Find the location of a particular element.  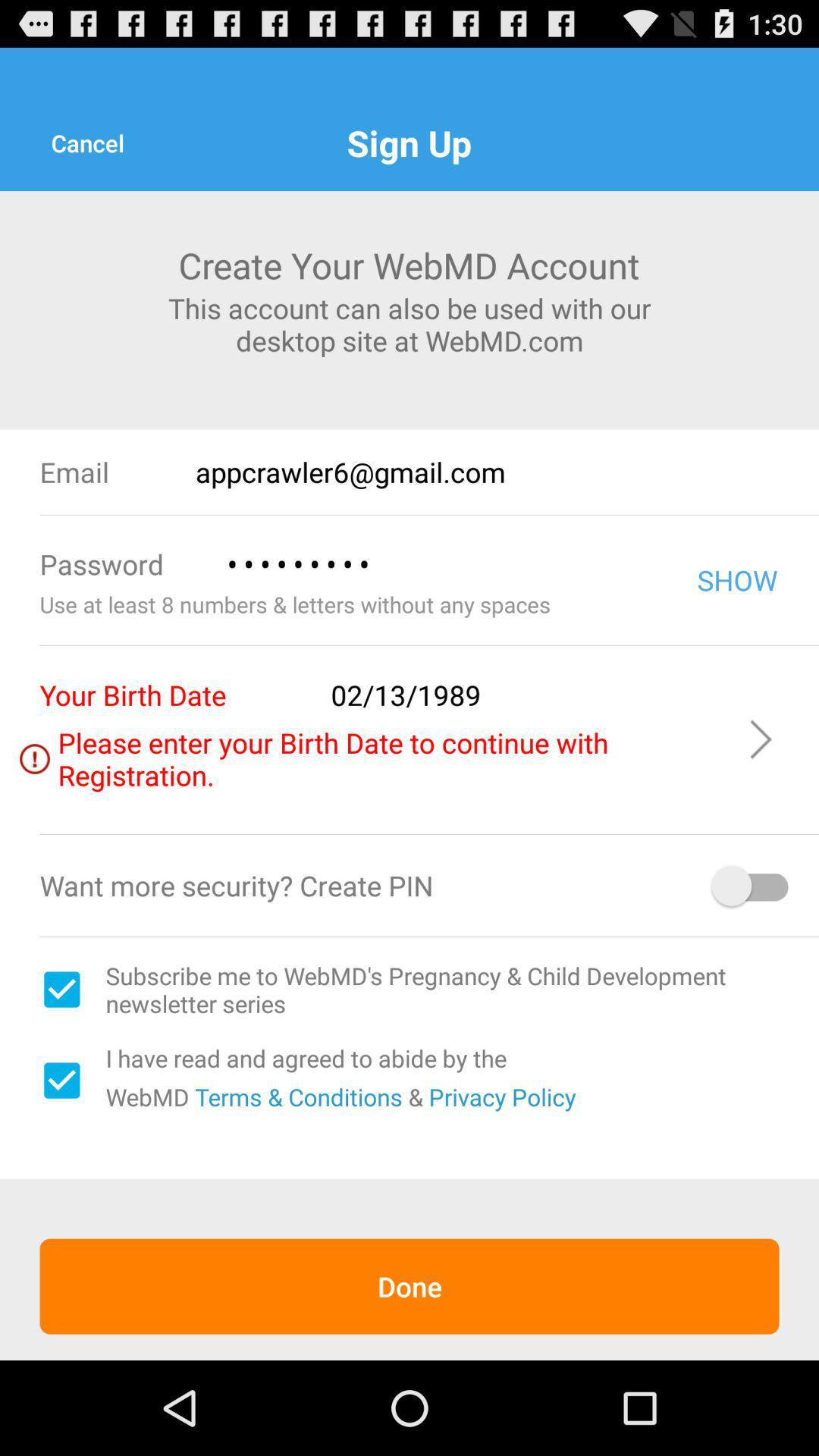

tick the subscribe is located at coordinates (61, 990).